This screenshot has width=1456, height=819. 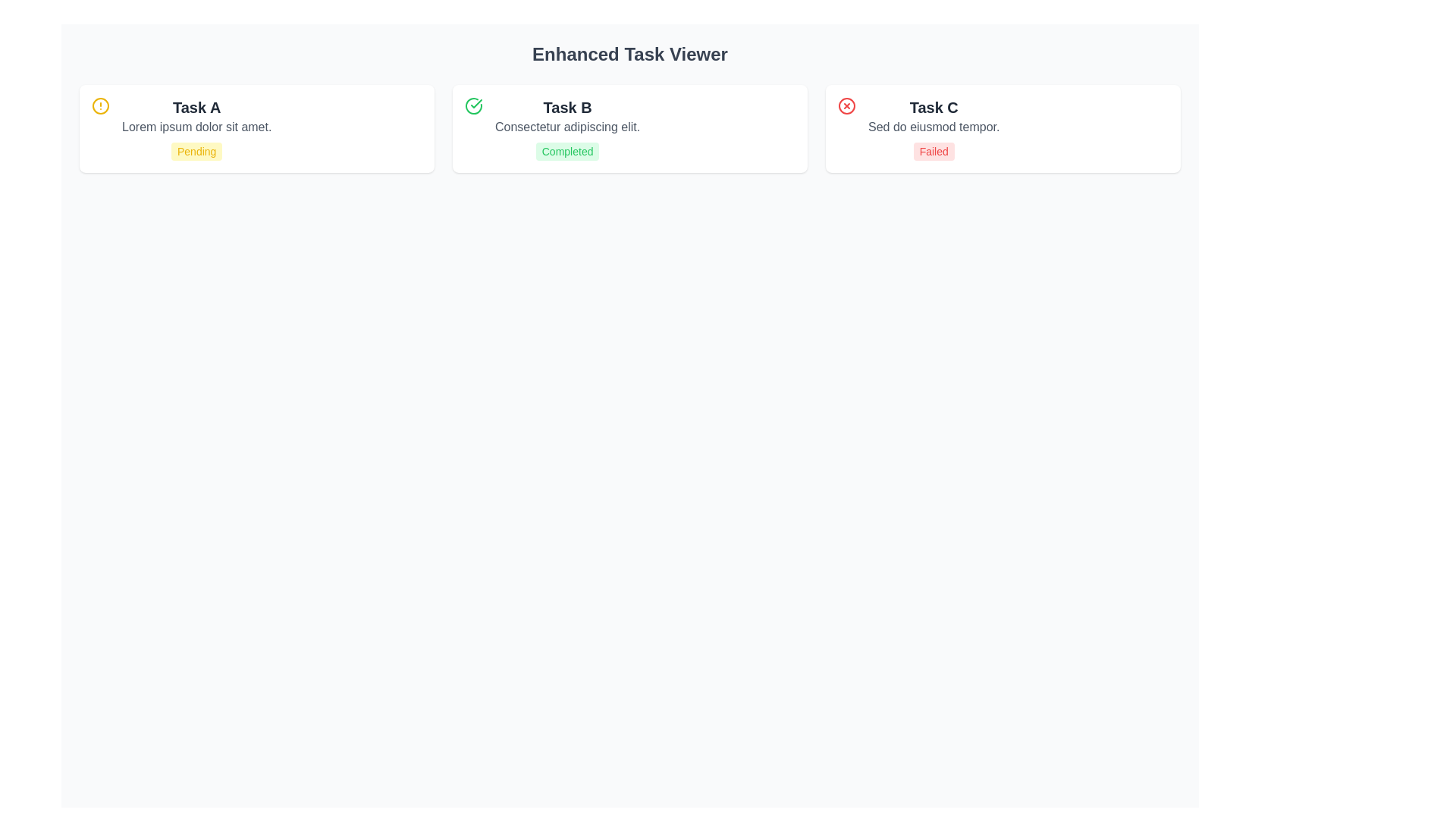 What do you see at coordinates (933, 127) in the screenshot?
I see `text 'Sed do eiusmod tempor.' from the gray-colored text element located within the card representing 'Task C', positioned between the header 'Task C' and the 'Failed' label` at bounding box center [933, 127].